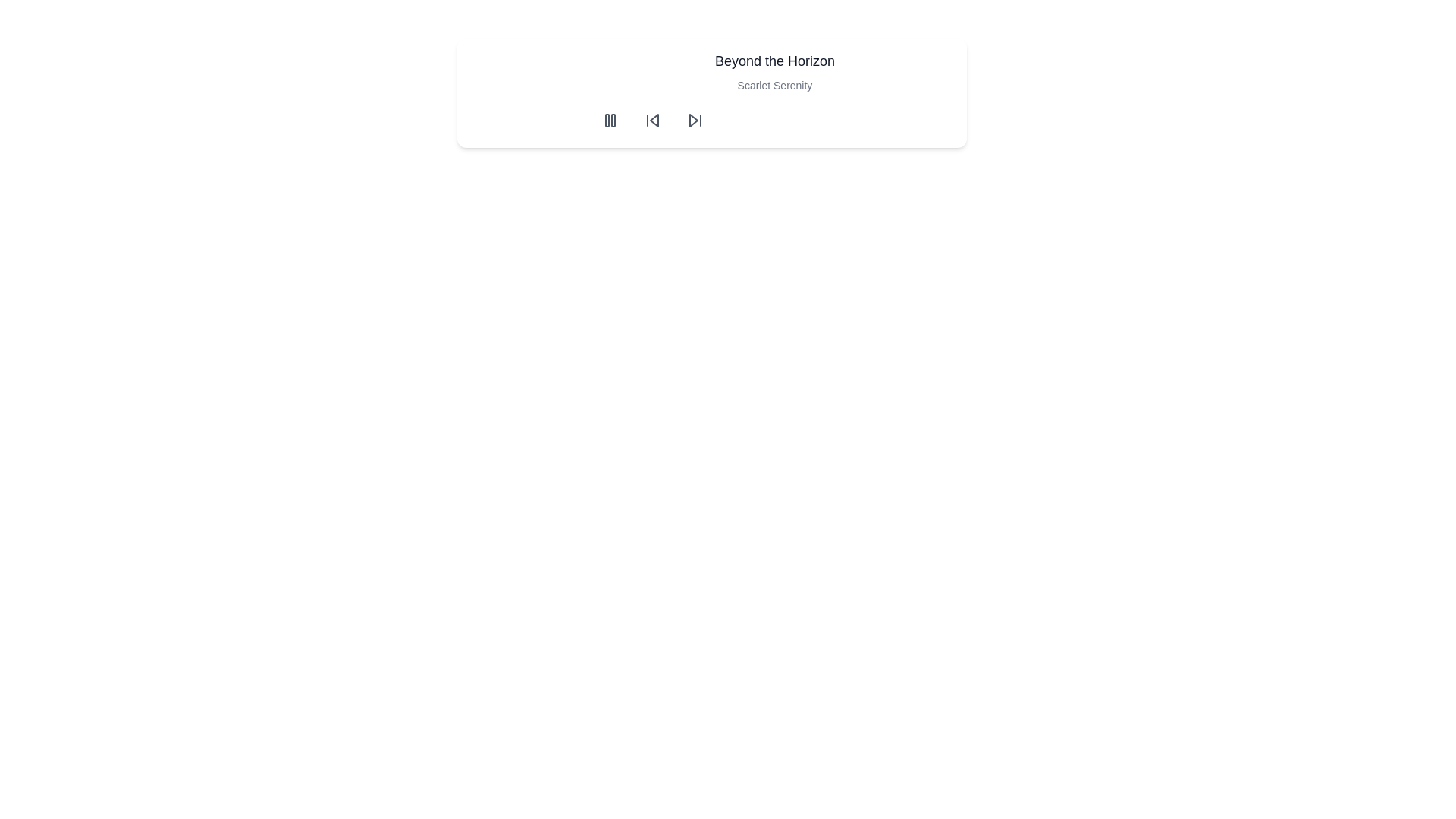  Describe the element at coordinates (775, 119) in the screenshot. I see `the Control Panel buttons` at that location.